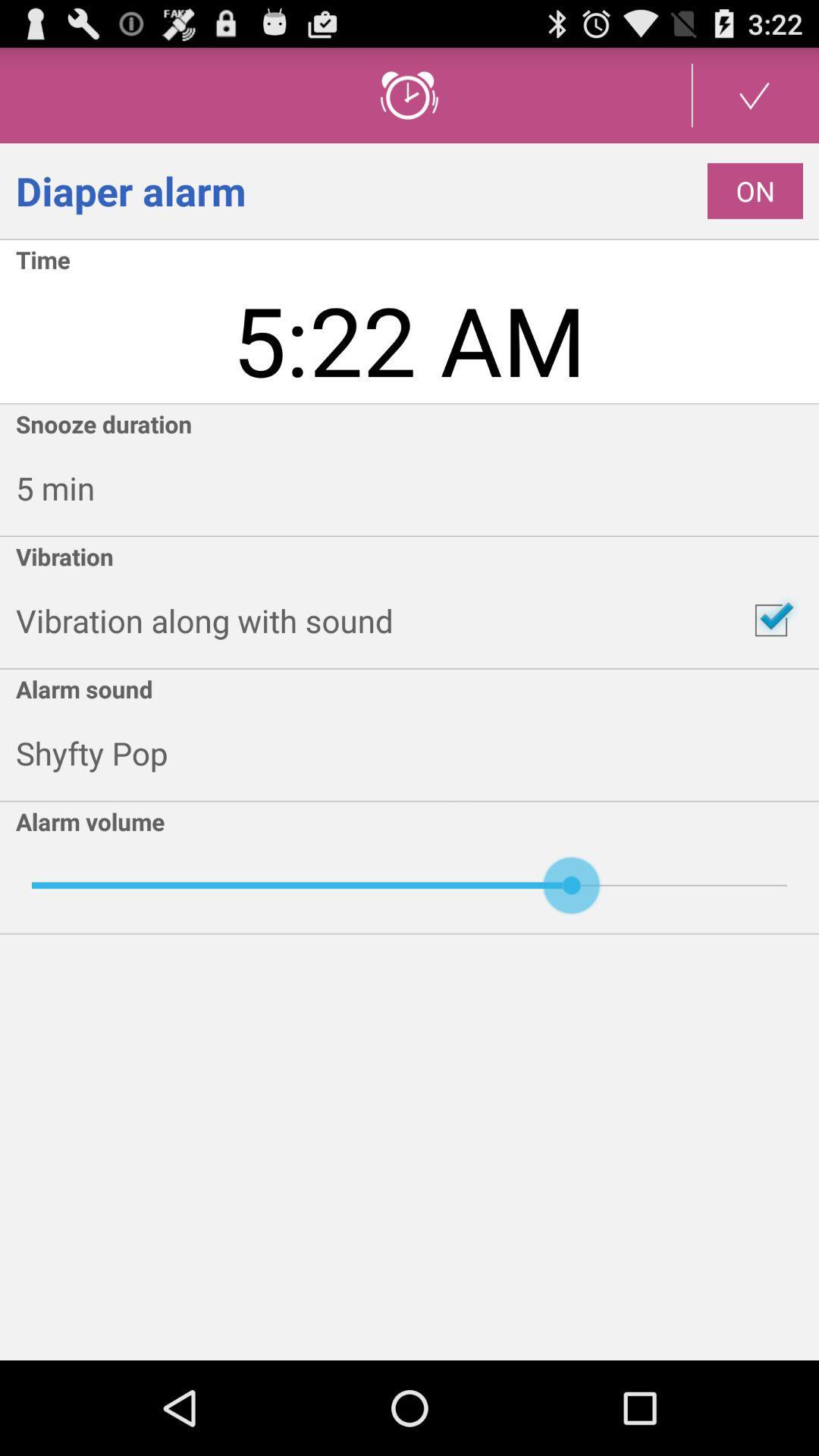 The image size is (819, 1456). I want to click on confirm alarm, so click(755, 94).